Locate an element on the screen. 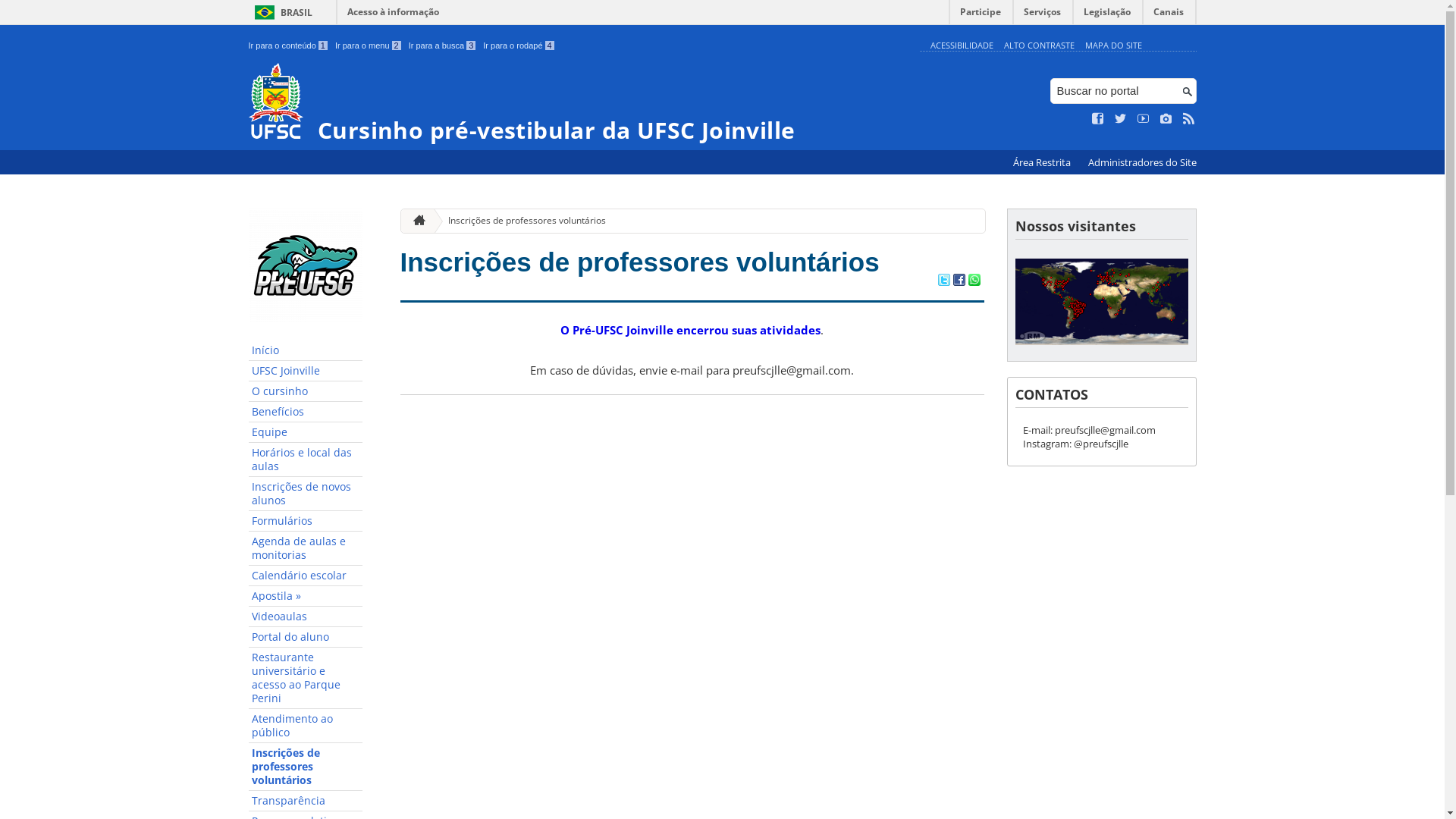  'BRASIL' is located at coordinates (281, 12).